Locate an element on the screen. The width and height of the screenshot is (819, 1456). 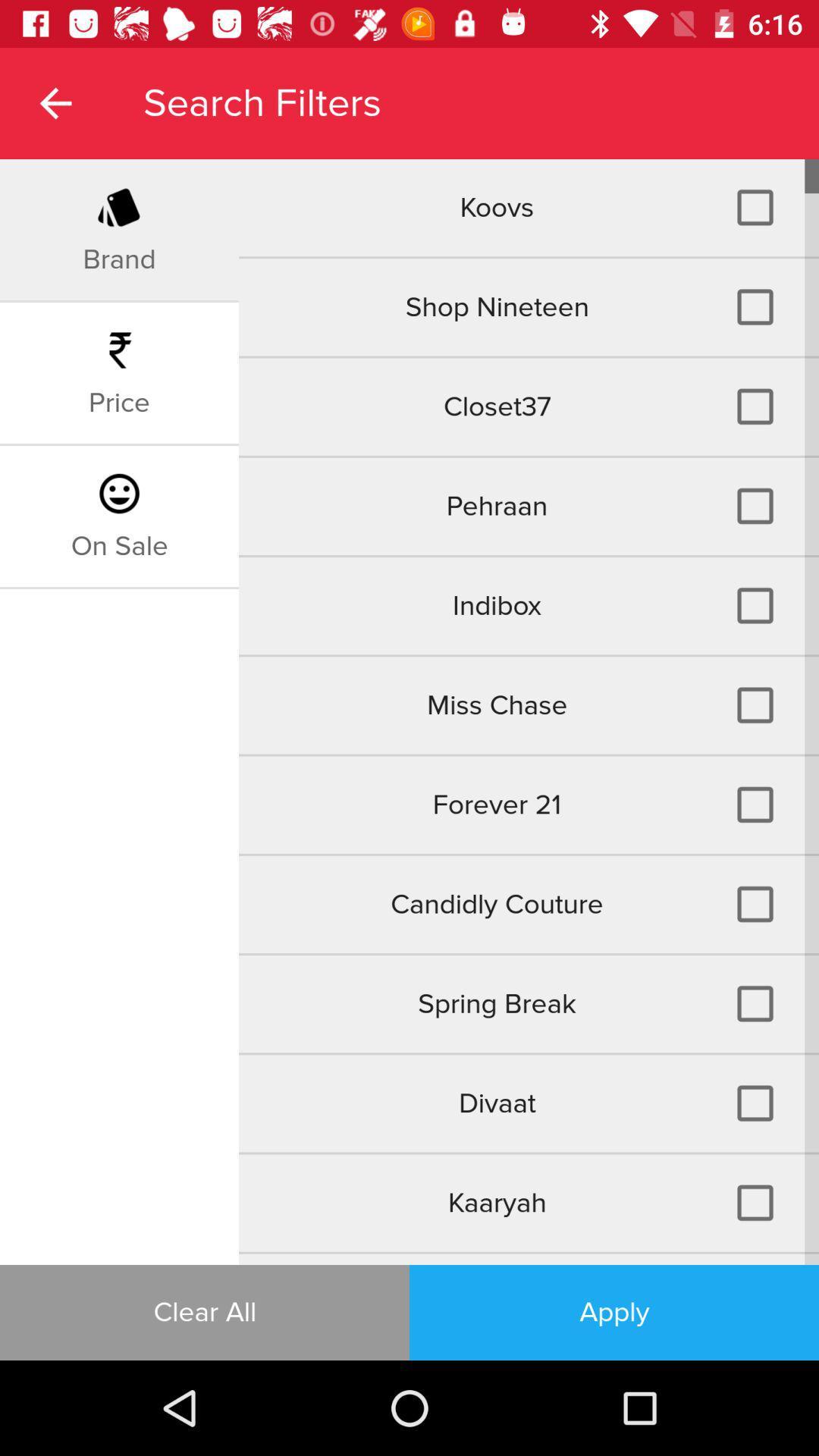
item above miss chase is located at coordinates (118, 546).